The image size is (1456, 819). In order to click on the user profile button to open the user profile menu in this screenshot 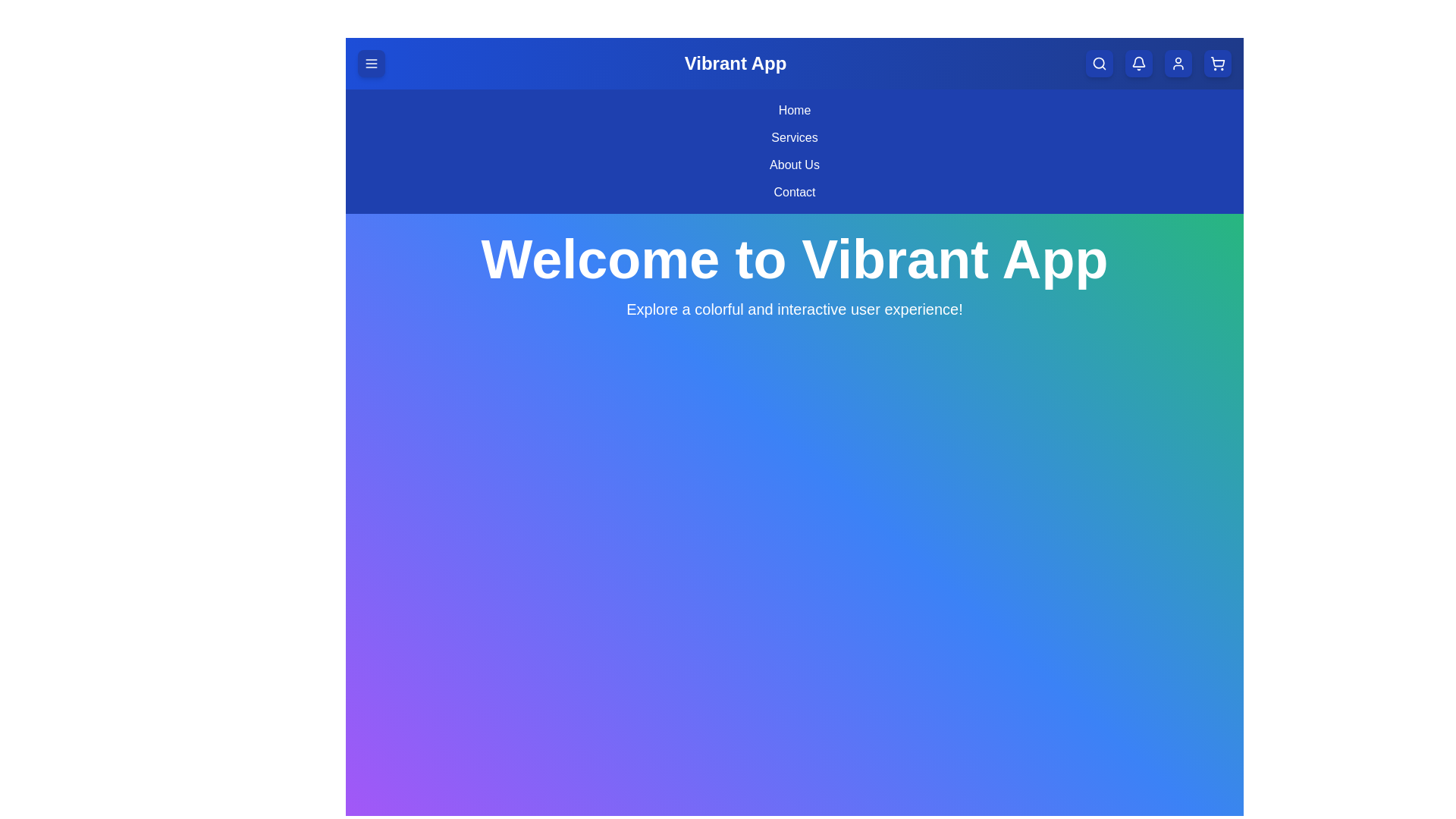, I will do `click(1178, 63)`.